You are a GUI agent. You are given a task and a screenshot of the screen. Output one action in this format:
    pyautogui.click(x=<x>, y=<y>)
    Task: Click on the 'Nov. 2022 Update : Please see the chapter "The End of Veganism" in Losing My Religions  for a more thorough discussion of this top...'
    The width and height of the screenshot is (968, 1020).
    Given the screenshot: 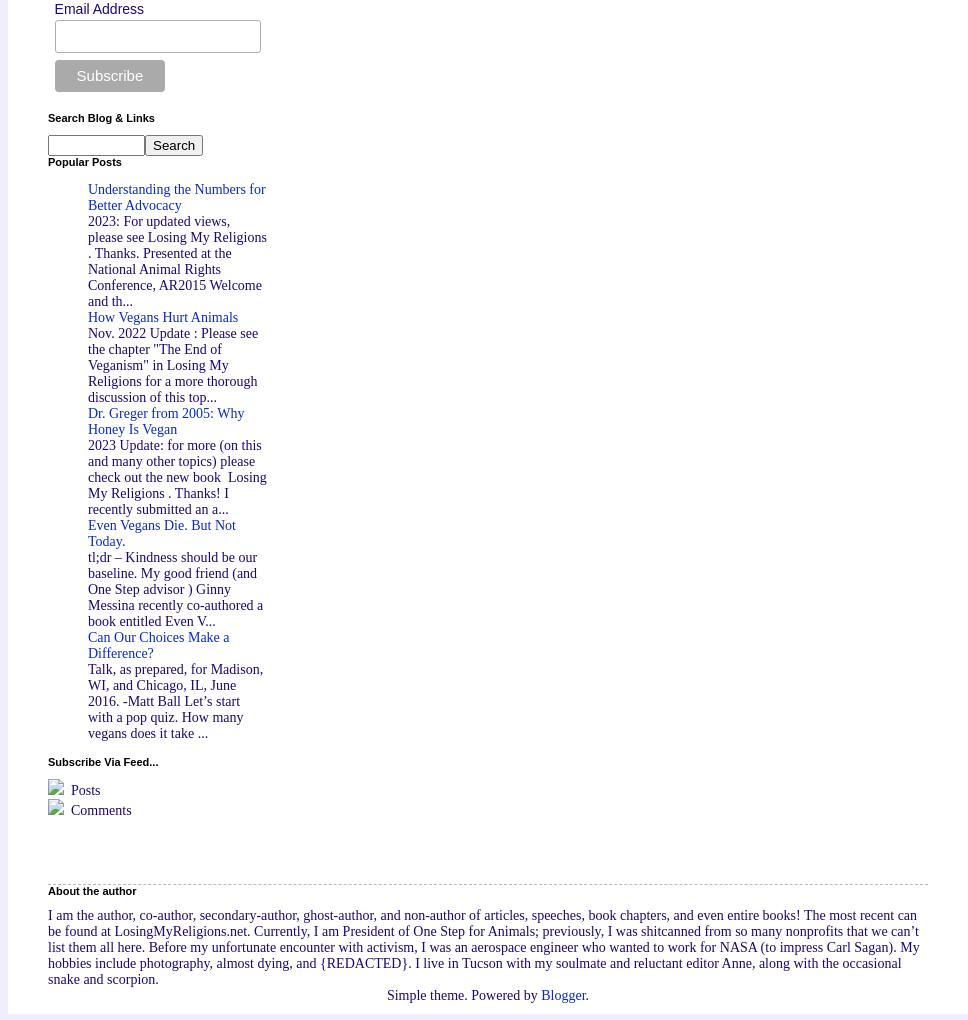 What is the action you would take?
    pyautogui.click(x=87, y=363)
    